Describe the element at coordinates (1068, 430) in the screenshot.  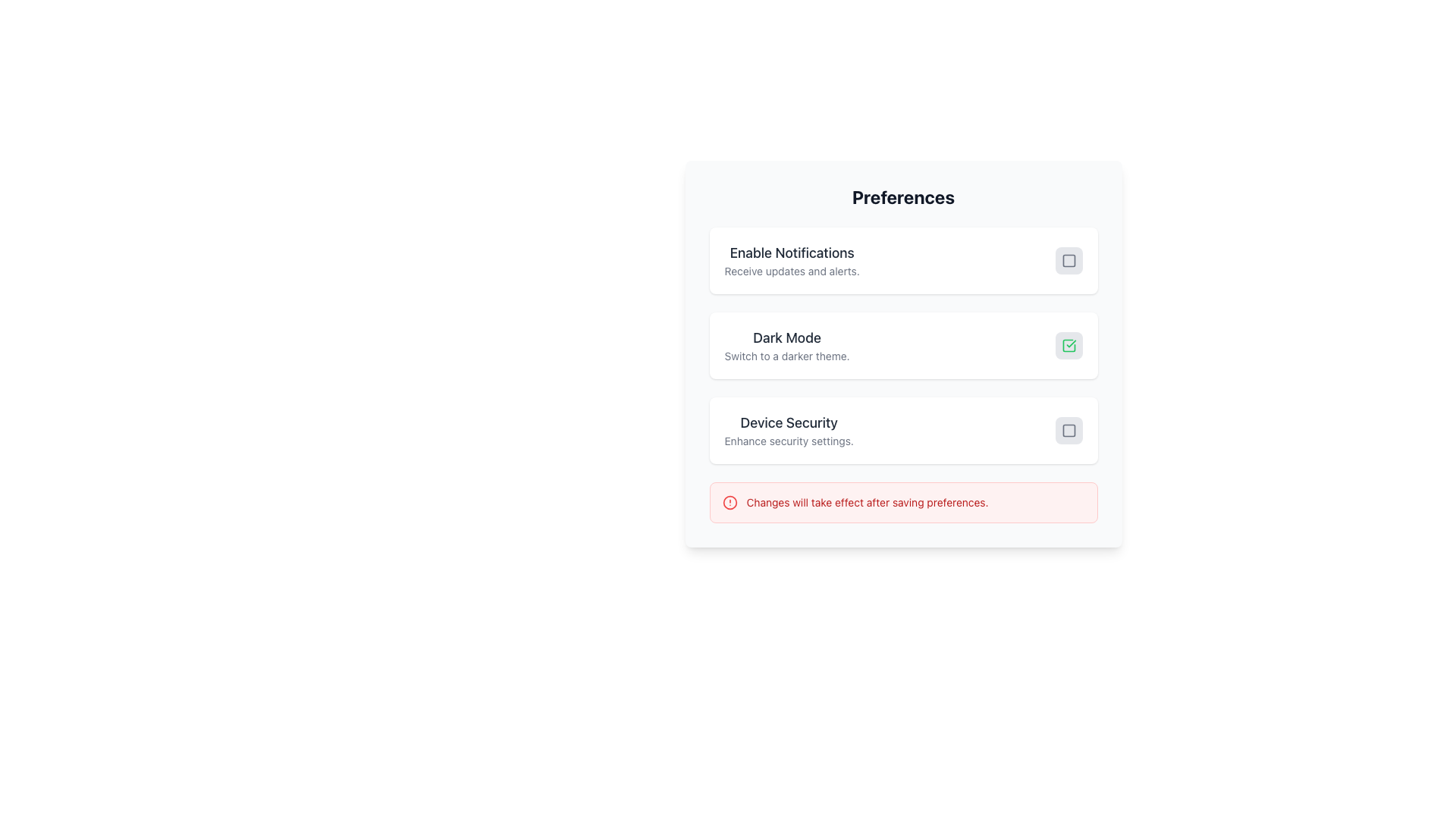
I see `the checkbox for the 'Device Security' setting` at that location.